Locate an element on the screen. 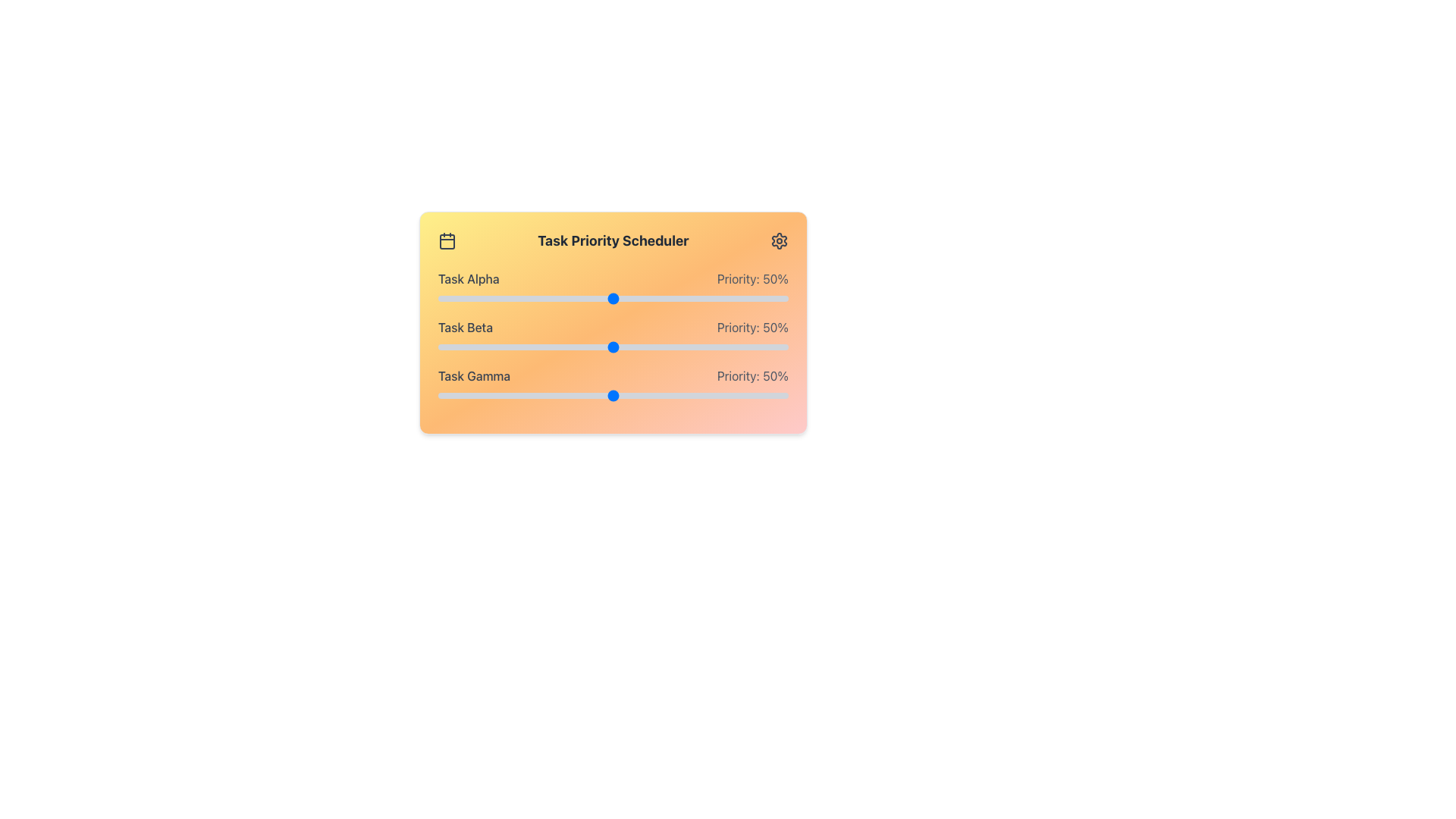 This screenshot has height=819, width=1456. the slider of the Composite component labeled 'Task Beta Priority: 50%' is located at coordinates (613, 335).